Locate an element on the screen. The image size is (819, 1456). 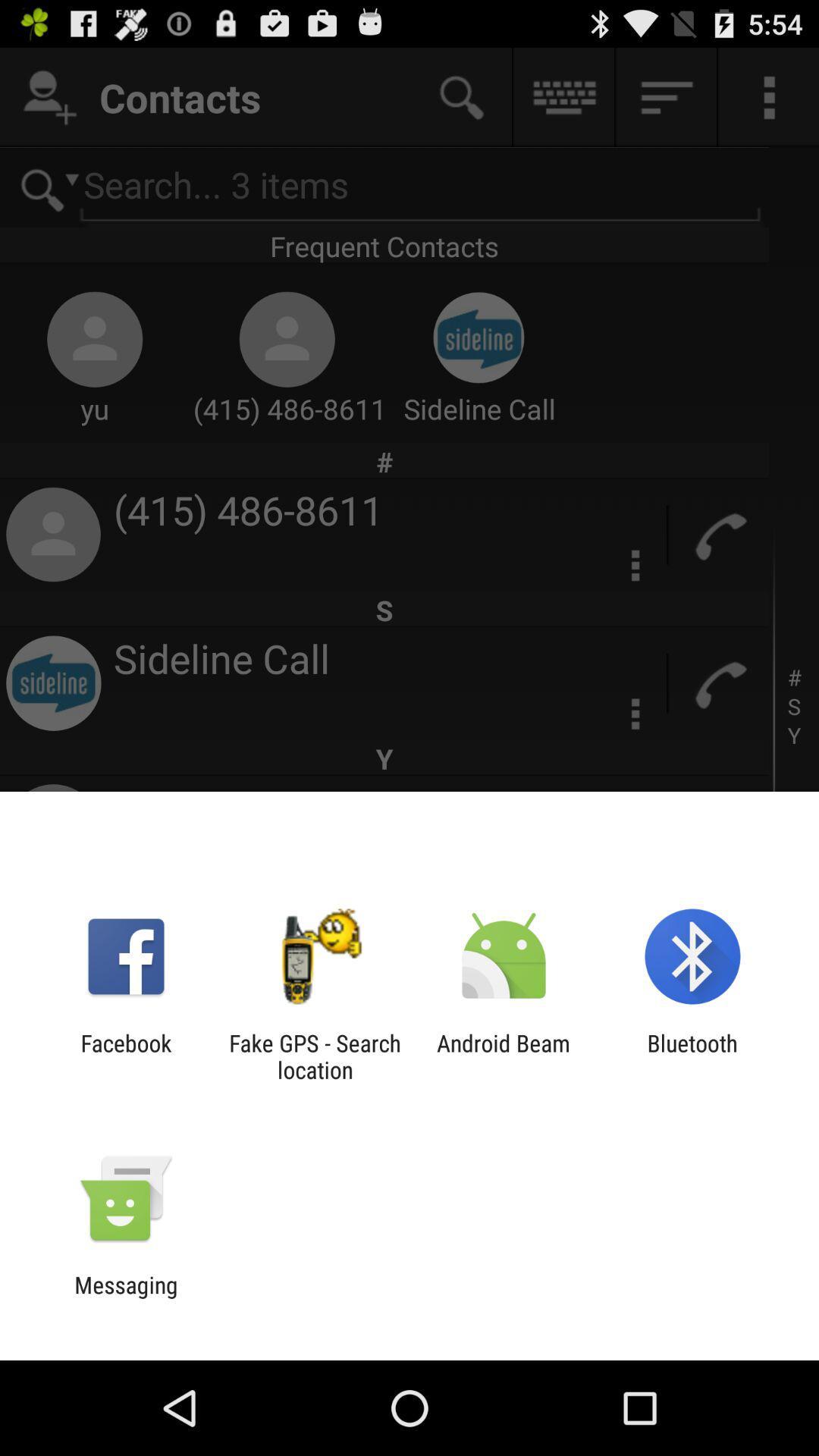
the item to the right of the android beam app is located at coordinates (692, 1056).